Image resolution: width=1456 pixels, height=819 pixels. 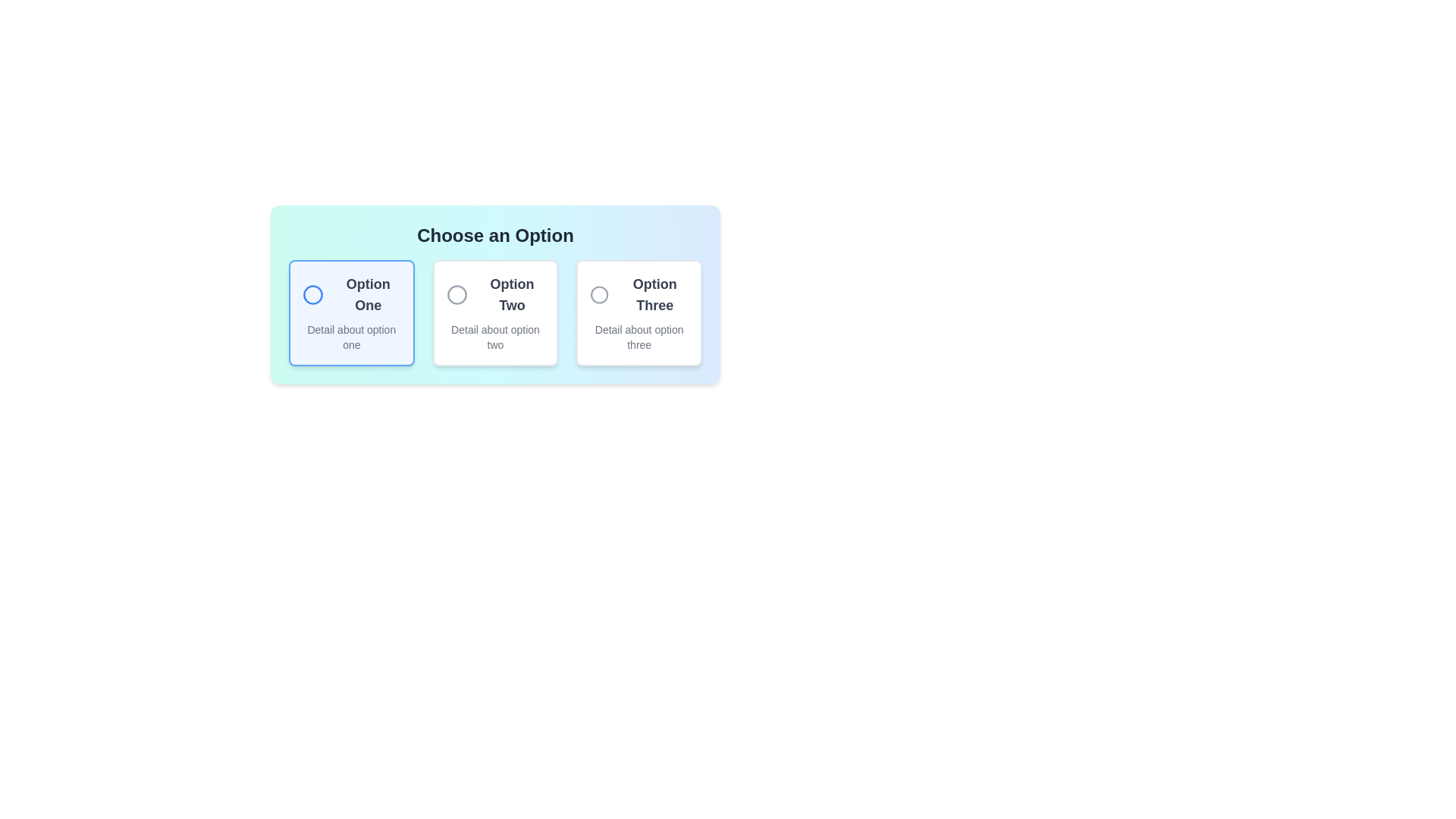 I want to click on the interactive radio button for 'Option Two', so click(x=456, y=295).